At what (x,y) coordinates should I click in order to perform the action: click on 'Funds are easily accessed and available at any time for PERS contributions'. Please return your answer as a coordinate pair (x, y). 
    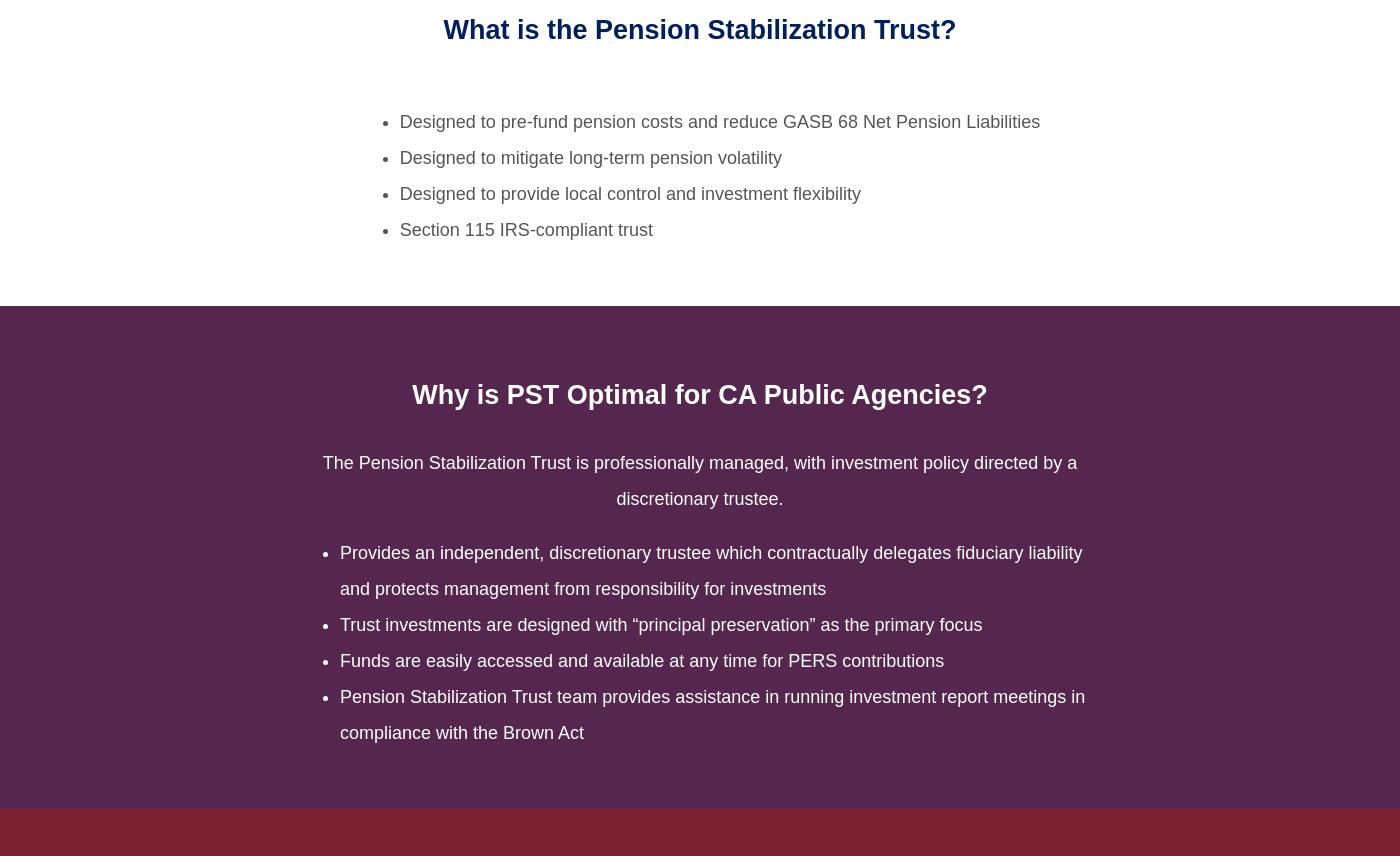
    Looking at the image, I should click on (642, 659).